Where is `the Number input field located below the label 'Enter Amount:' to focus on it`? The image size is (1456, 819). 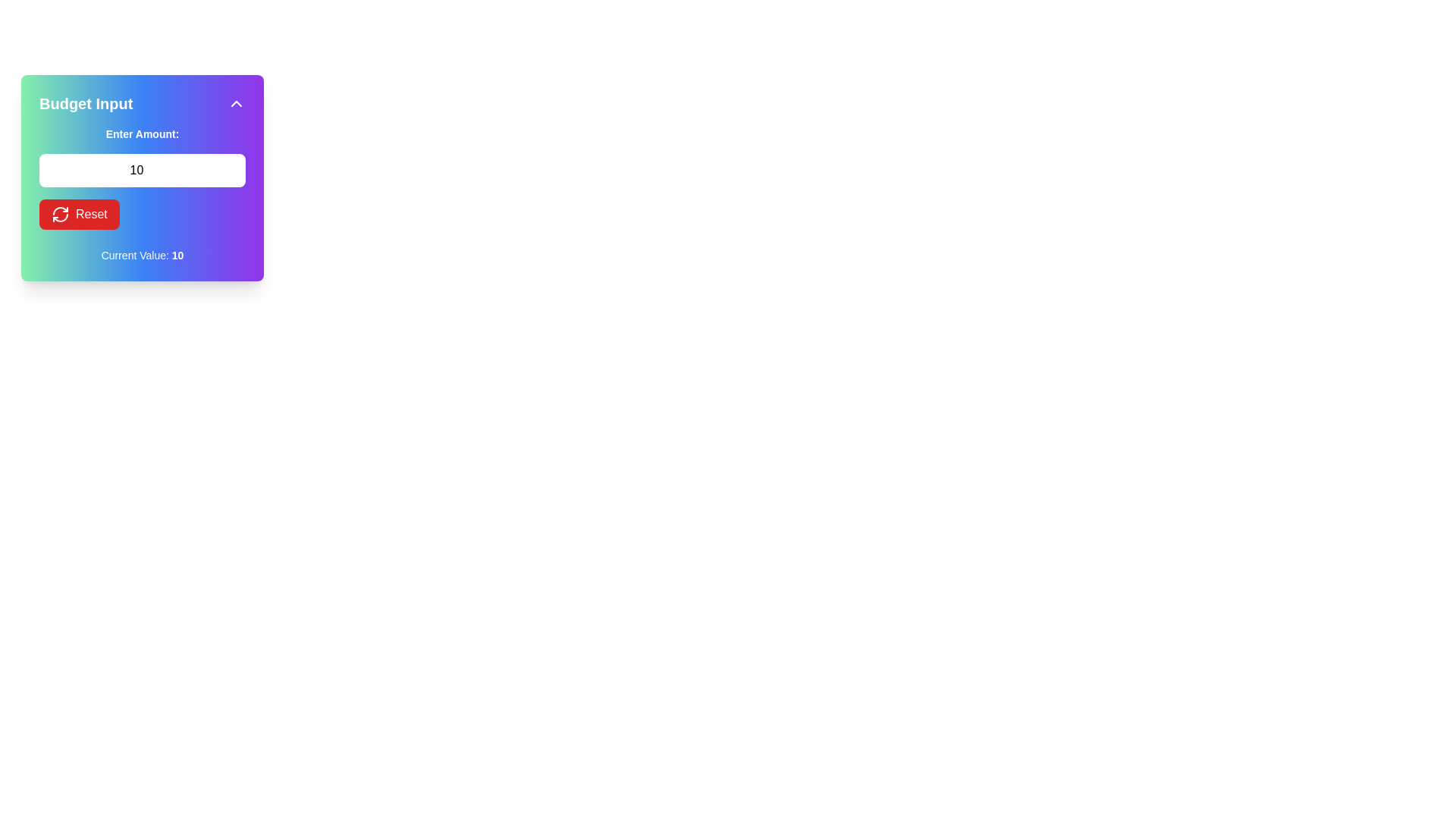 the Number input field located below the label 'Enter Amount:' to focus on it is located at coordinates (142, 170).